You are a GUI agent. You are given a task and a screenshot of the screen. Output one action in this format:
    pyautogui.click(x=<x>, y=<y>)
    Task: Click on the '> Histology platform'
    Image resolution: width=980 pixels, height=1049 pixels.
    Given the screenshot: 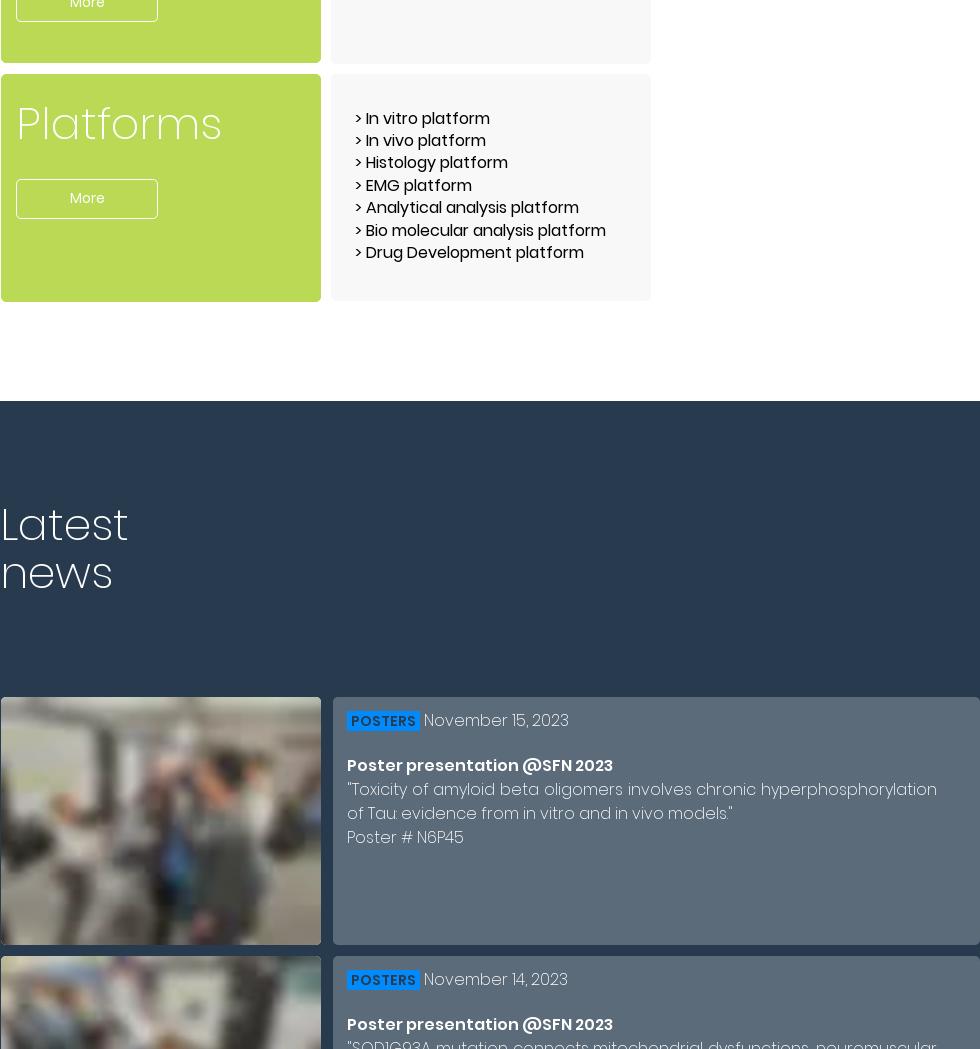 What is the action you would take?
    pyautogui.click(x=431, y=161)
    